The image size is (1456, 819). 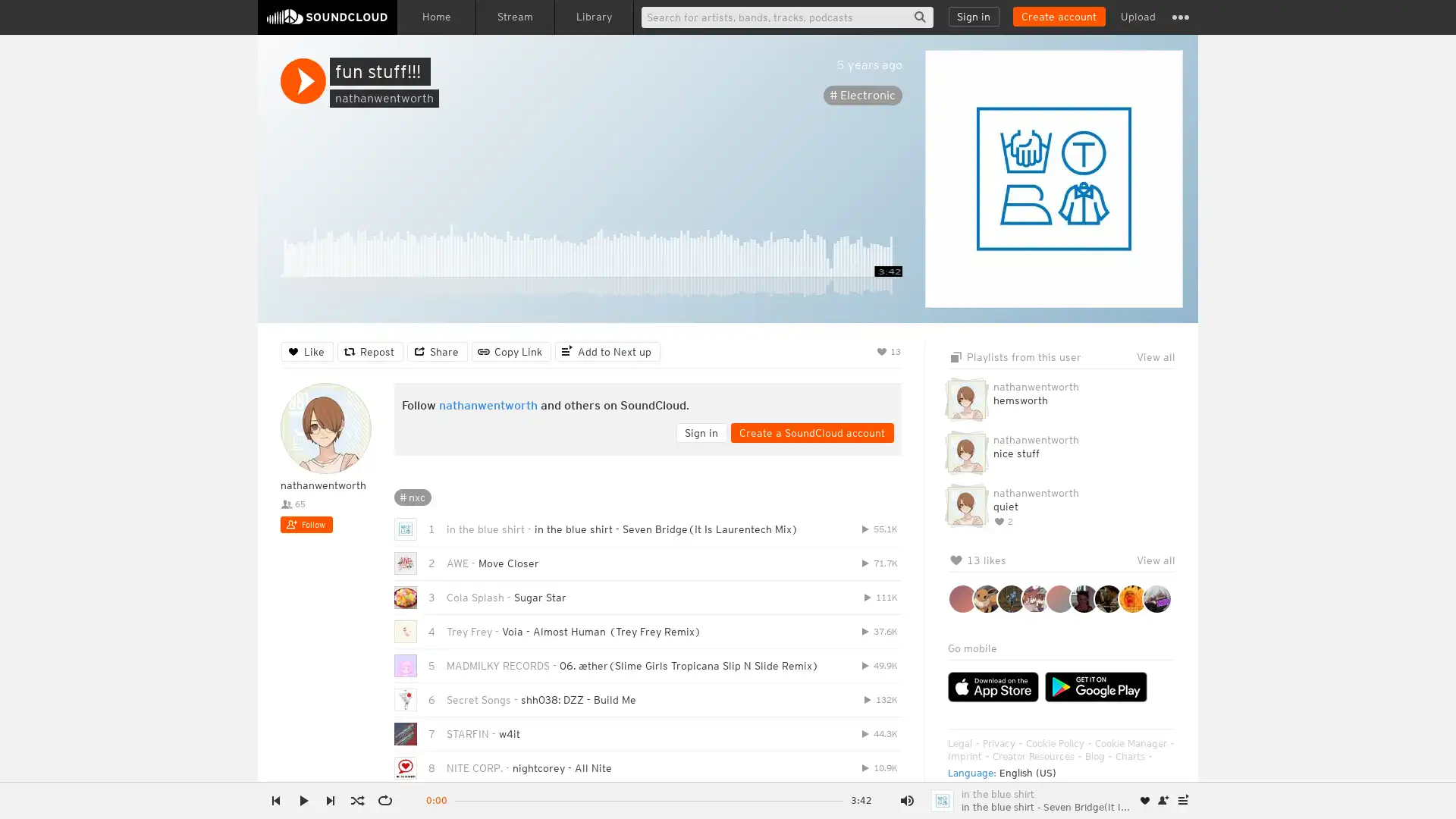 I want to click on Create a SoundCloud account, so click(x=1058, y=17).